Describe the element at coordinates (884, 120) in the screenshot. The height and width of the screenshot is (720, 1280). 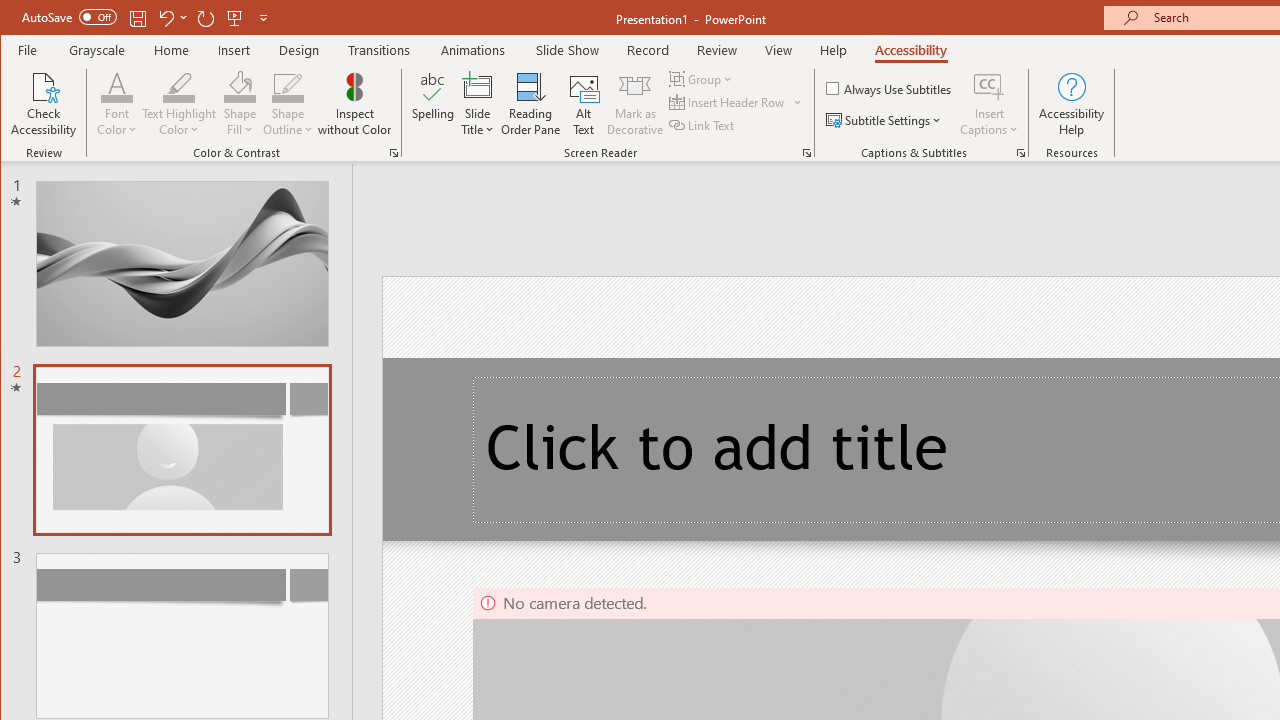
I see `'Subtitle Settings'` at that location.